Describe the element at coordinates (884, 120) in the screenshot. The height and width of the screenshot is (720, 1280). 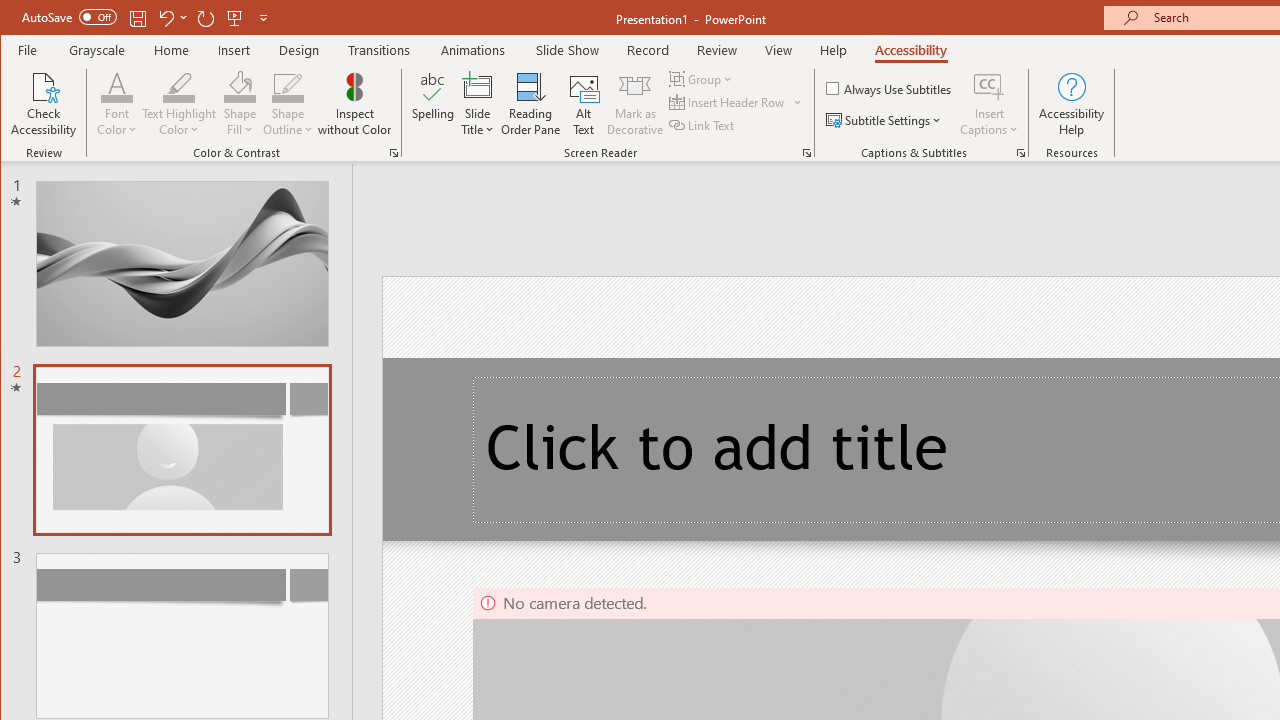
I see `'Subtitle Settings'` at that location.